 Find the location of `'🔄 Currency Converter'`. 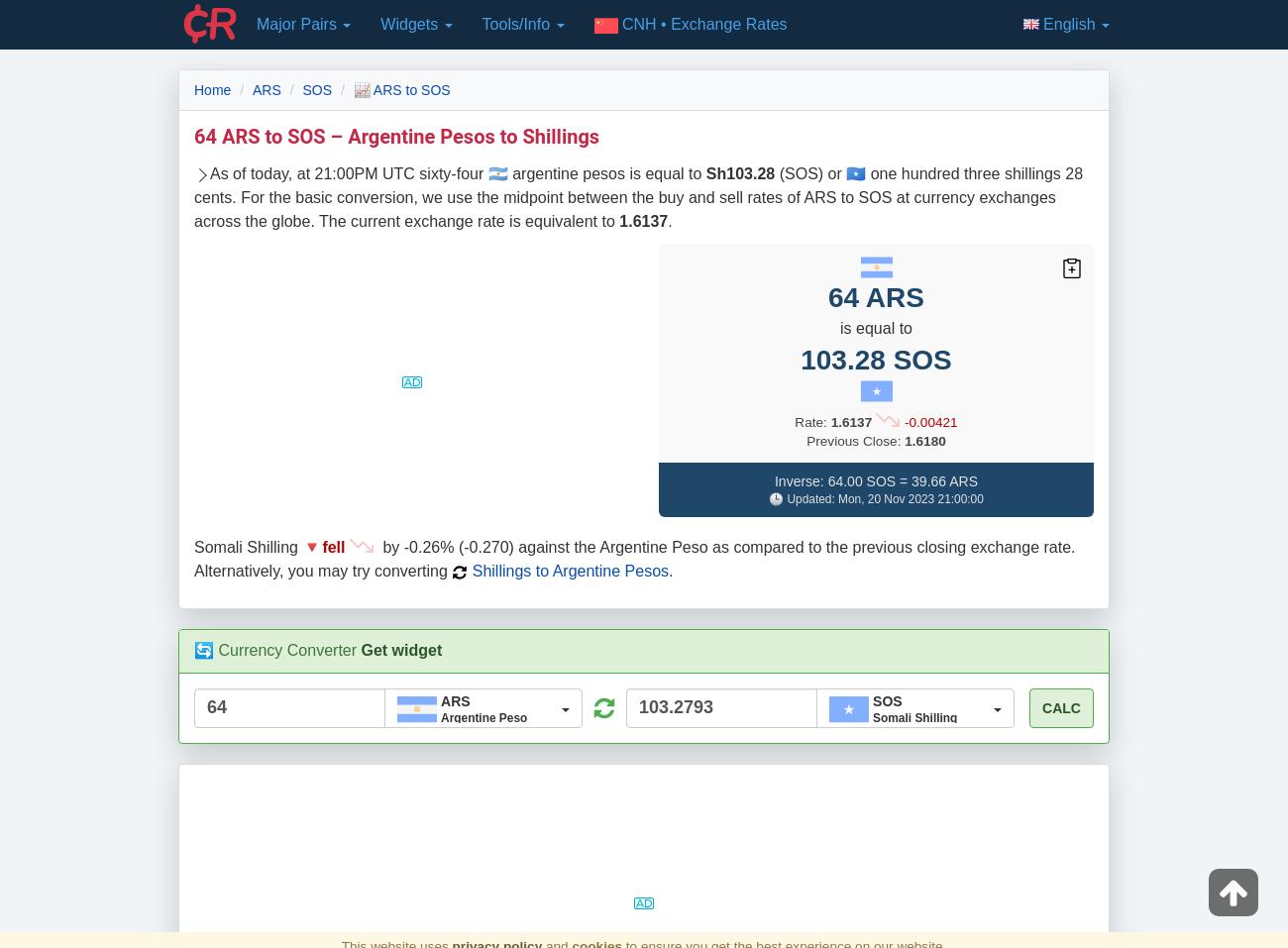

'🔄 Currency Converter' is located at coordinates (194, 649).